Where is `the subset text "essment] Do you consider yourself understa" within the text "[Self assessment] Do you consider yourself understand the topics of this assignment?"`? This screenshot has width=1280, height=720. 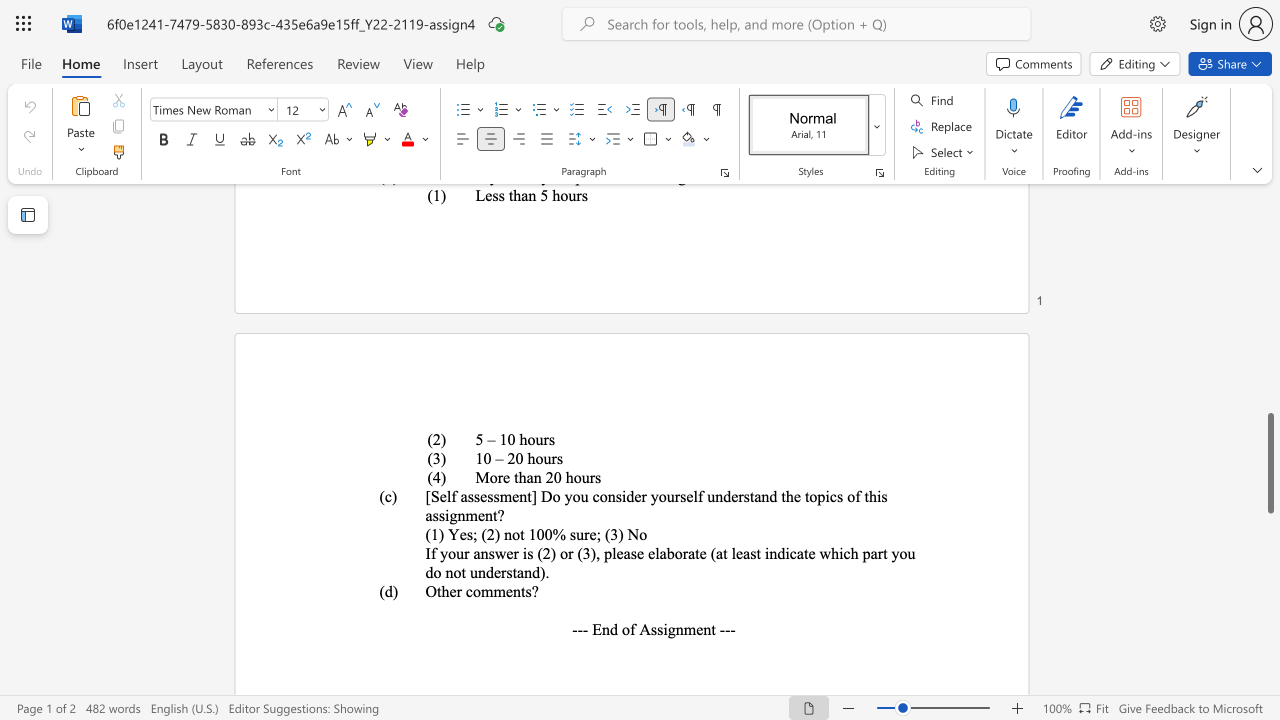 the subset text "essment] Do you consider yourself understa" within the text "[Self assessment] Do you consider yourself understand the topics of this assignment?" is located at coordinates (480, 495).